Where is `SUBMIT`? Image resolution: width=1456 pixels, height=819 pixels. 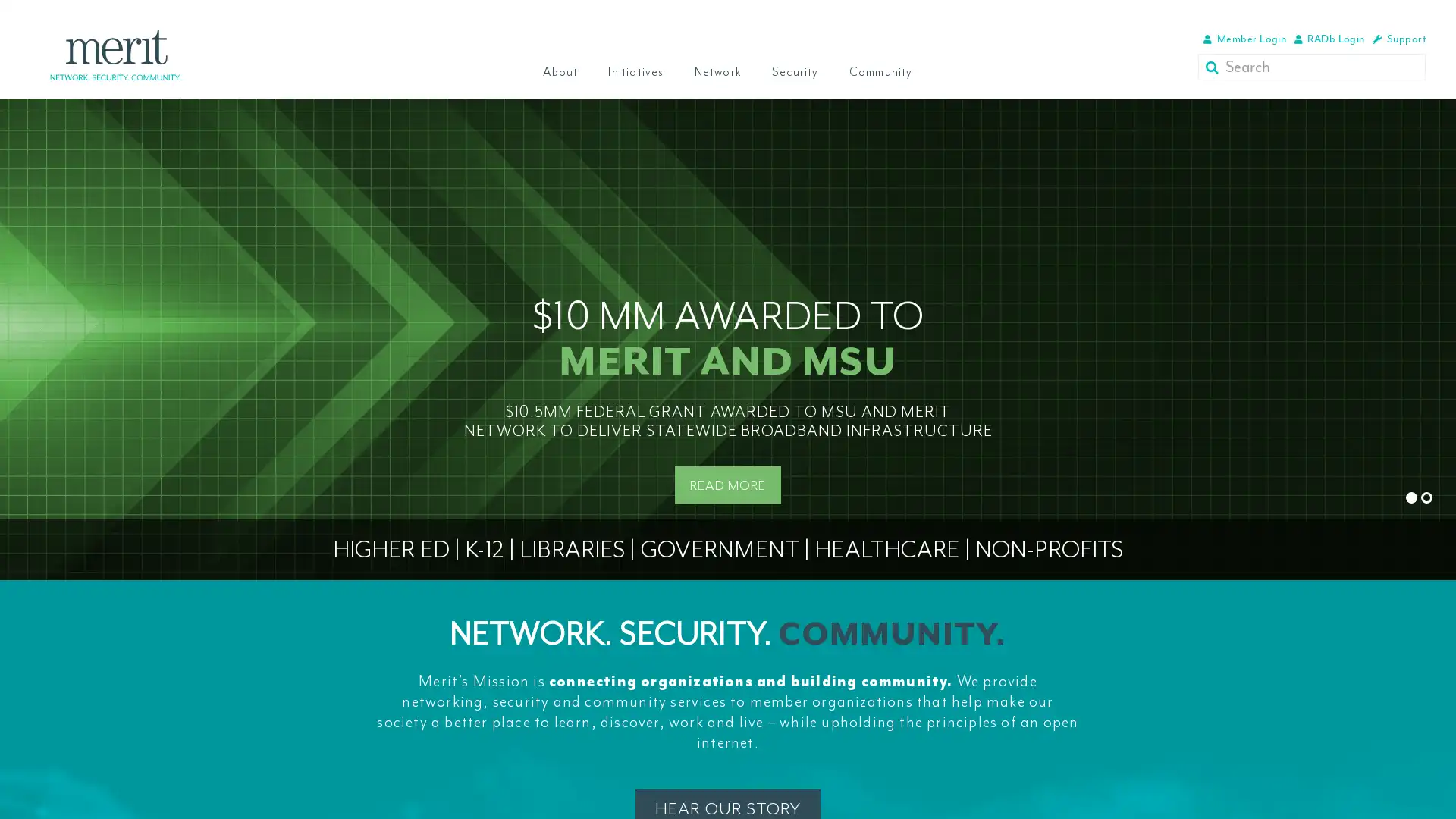
SUBMIT is located at coordinates (1214, 66).